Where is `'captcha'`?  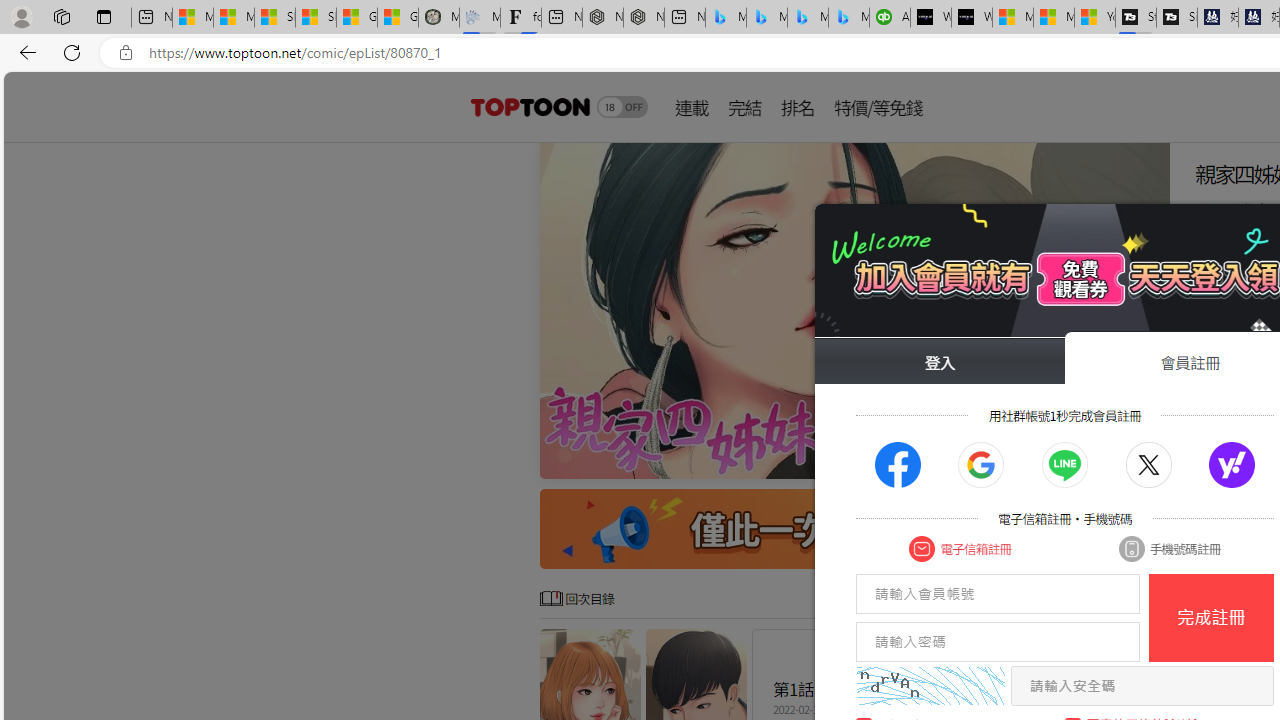
'captcha' is located at coordinates (929, 685).